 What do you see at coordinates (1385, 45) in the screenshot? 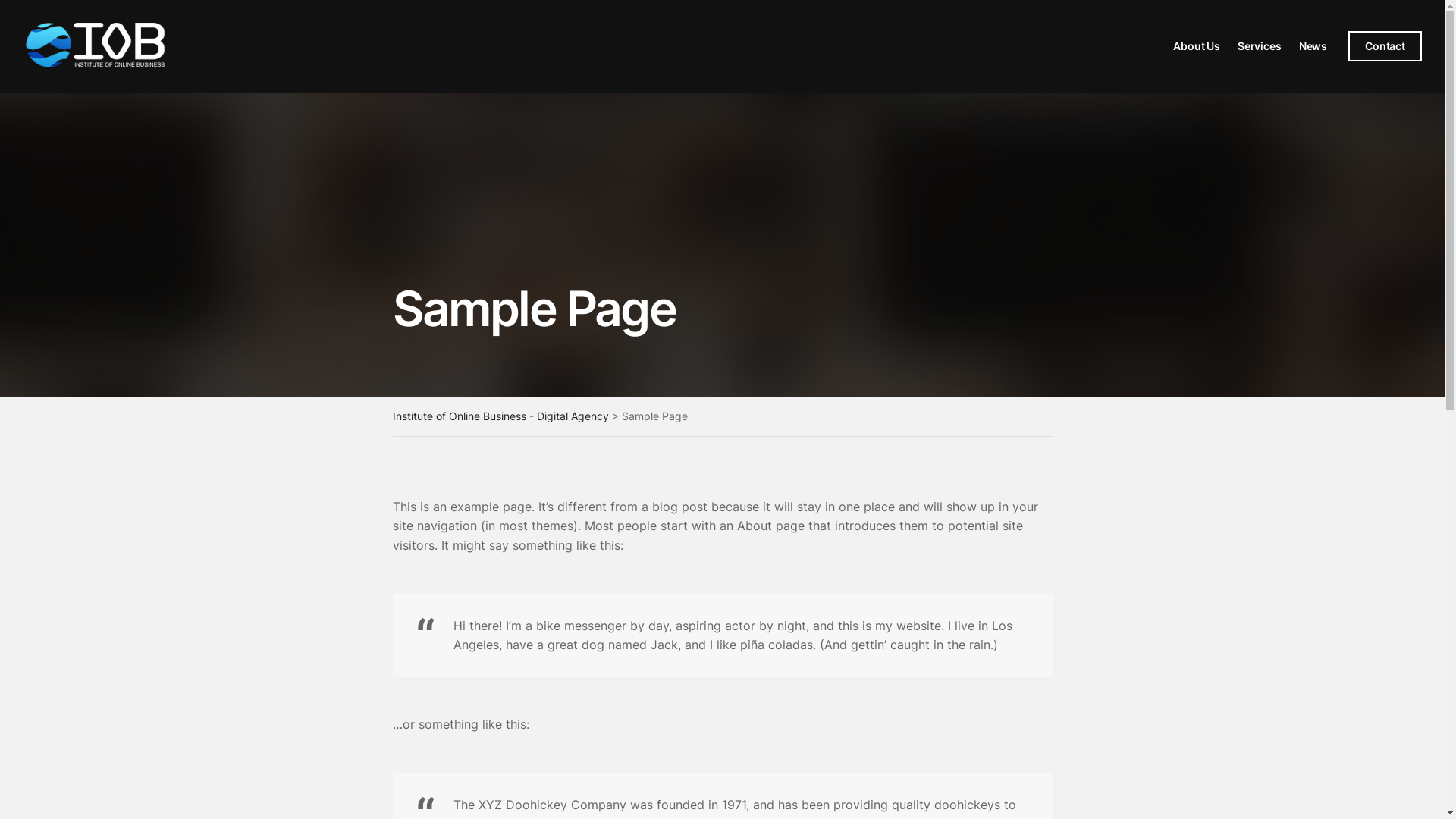
I see `'Contact'` at bounding box center [1385, 45].